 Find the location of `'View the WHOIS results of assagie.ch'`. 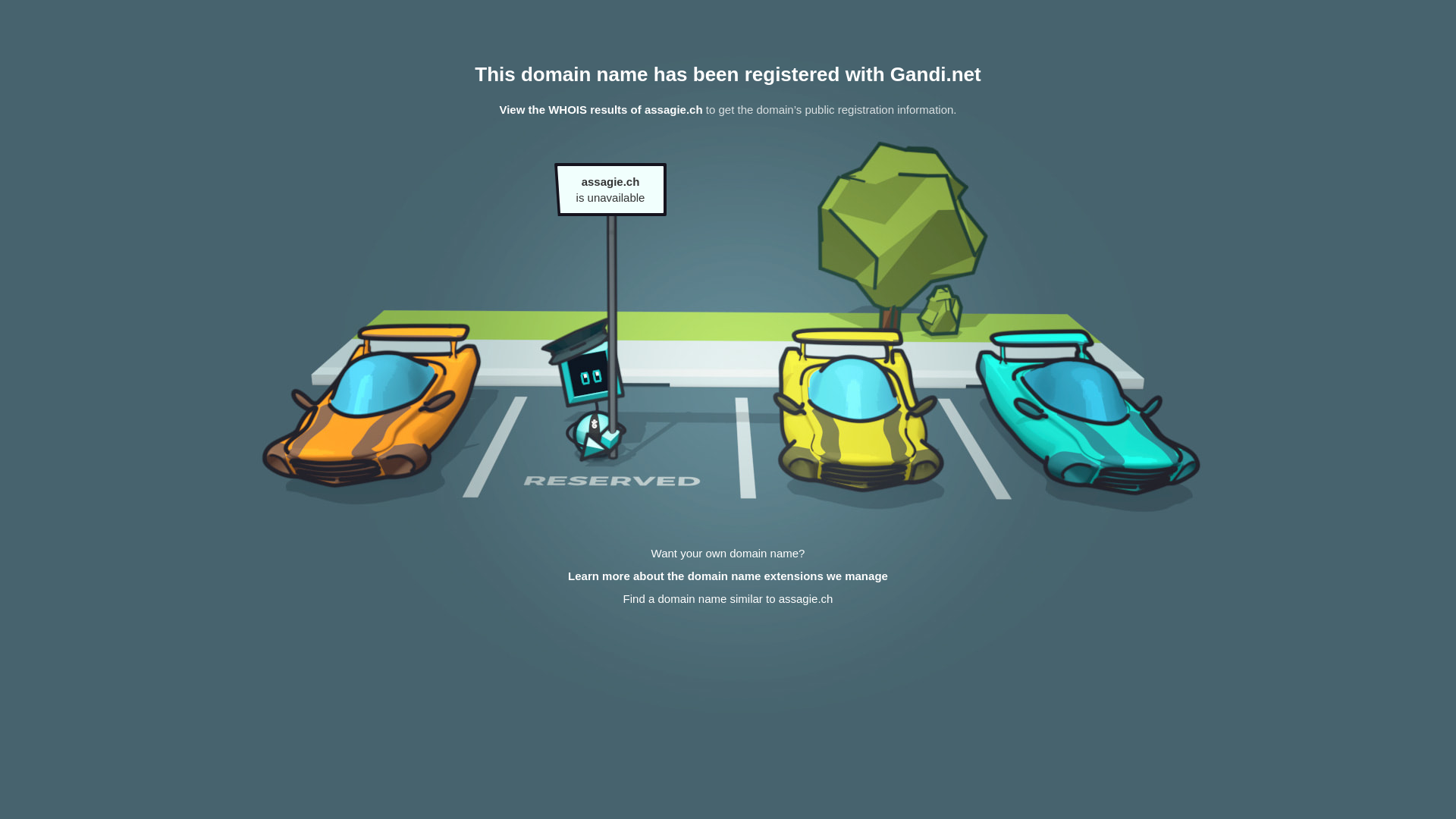

'View the WHOIS results of assagie.ch' is located at coordinates (600, 108).